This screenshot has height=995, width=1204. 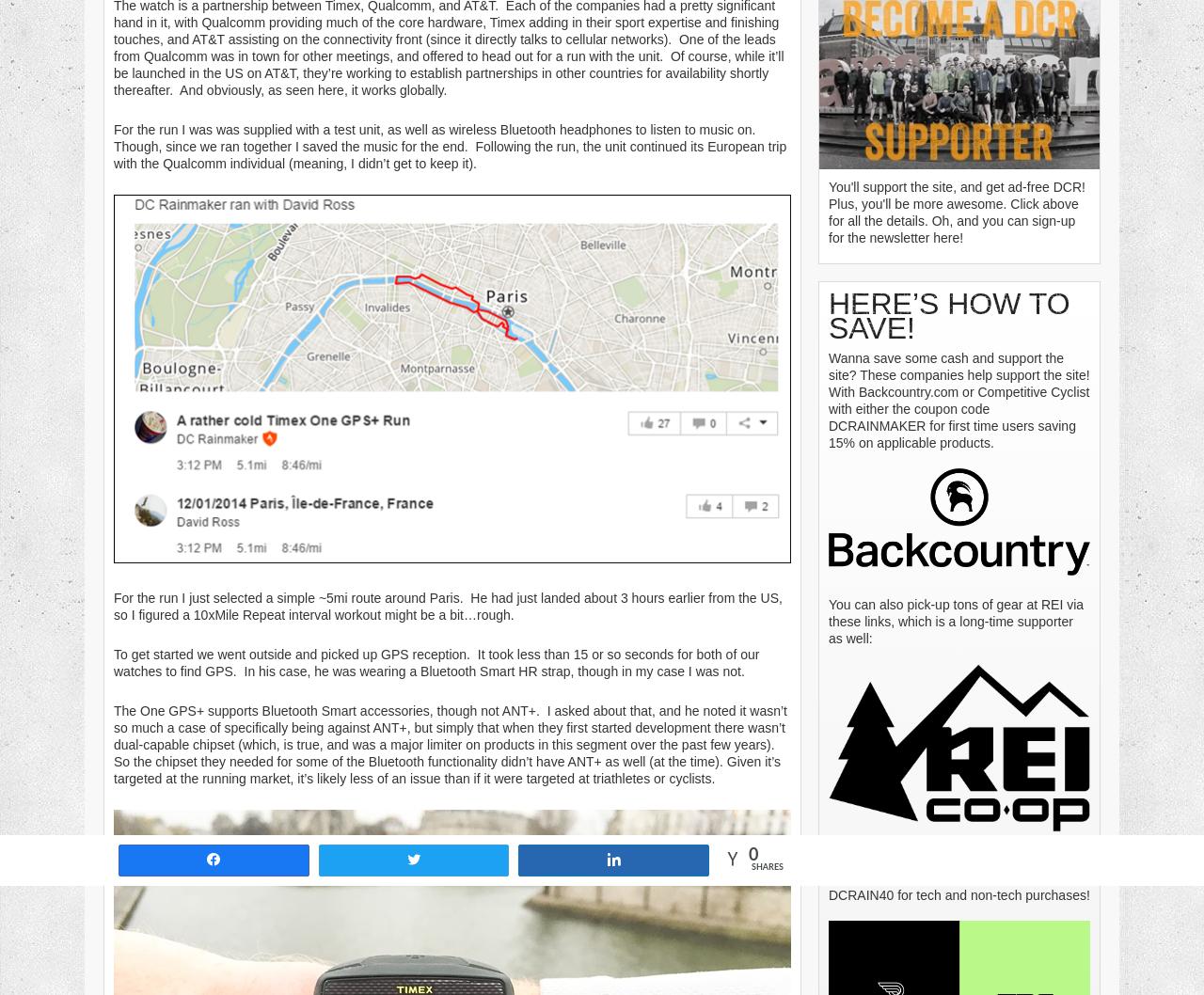 What do you see at coordinates (956, 212) in the screenshot?
I see `'You'll support the site, and get ad-free DCR! Plus, you'll be more awesome. Click above for all the details.  Oh, and you can sign-up for the newsletter here!'` at bounding box center [956, 212].